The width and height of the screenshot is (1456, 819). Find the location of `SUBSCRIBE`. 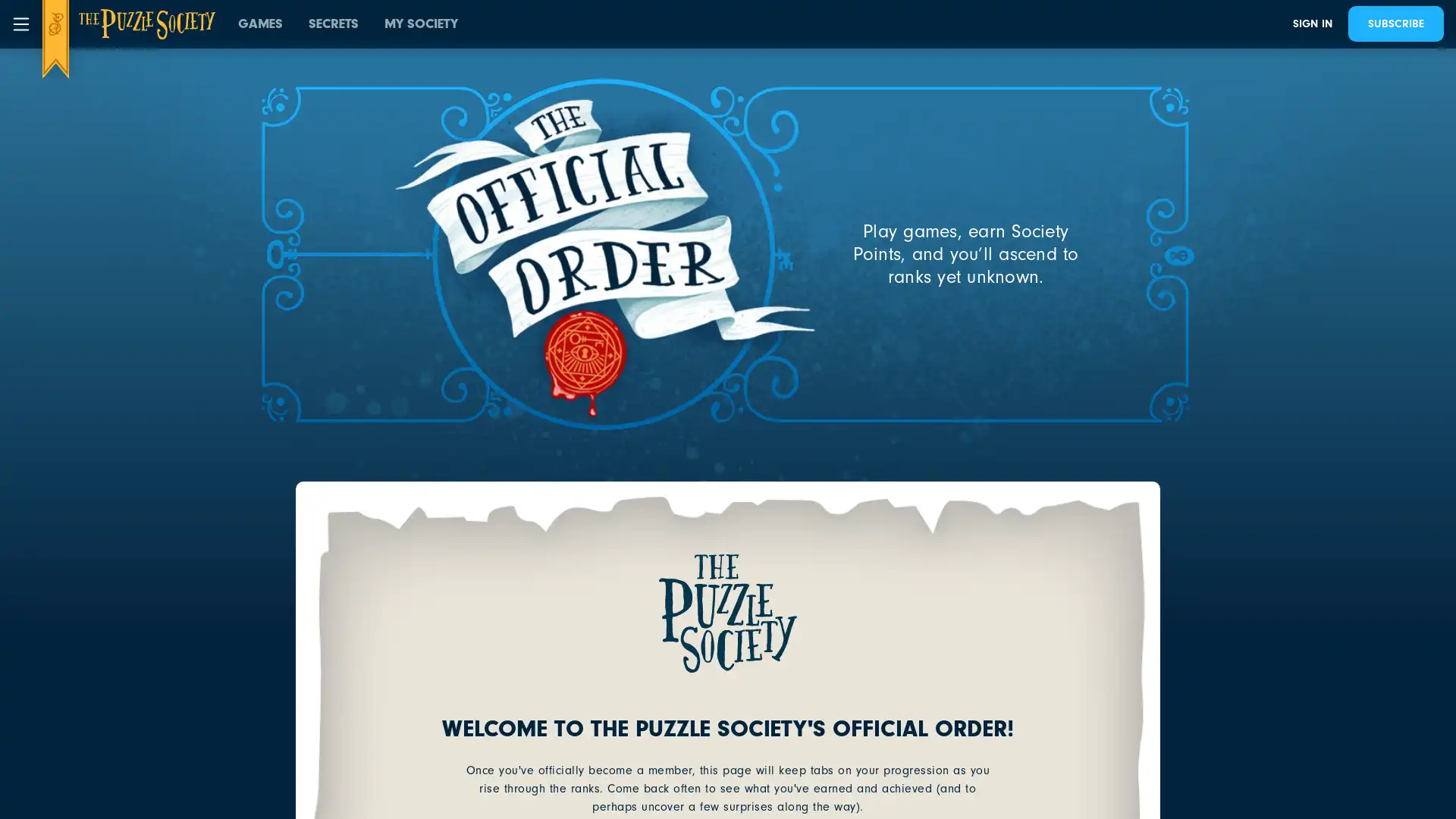

SUBSCRIBE is located at coordinates (1395, 24).